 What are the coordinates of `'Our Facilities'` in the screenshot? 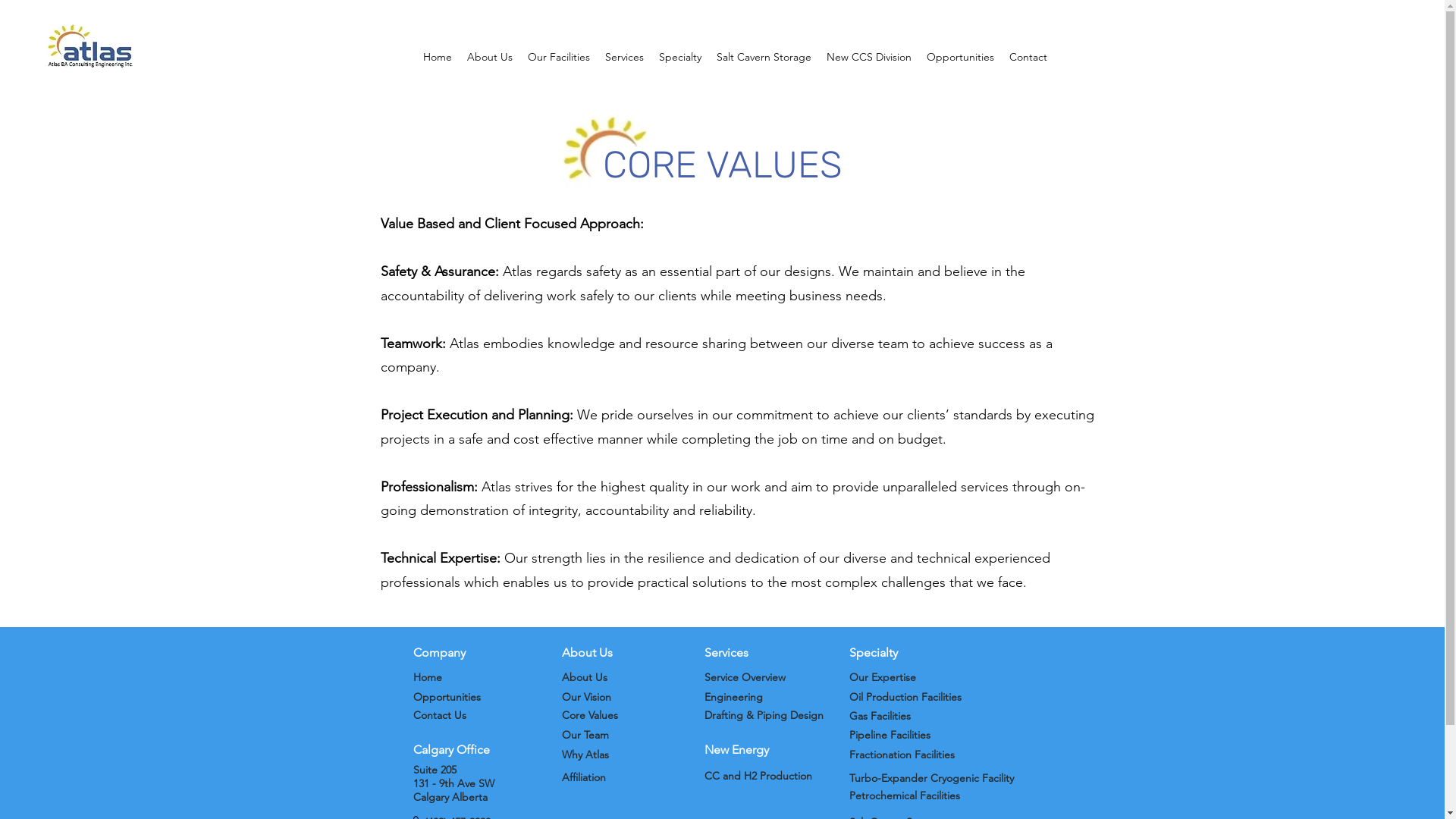 It's located at (558, 55).